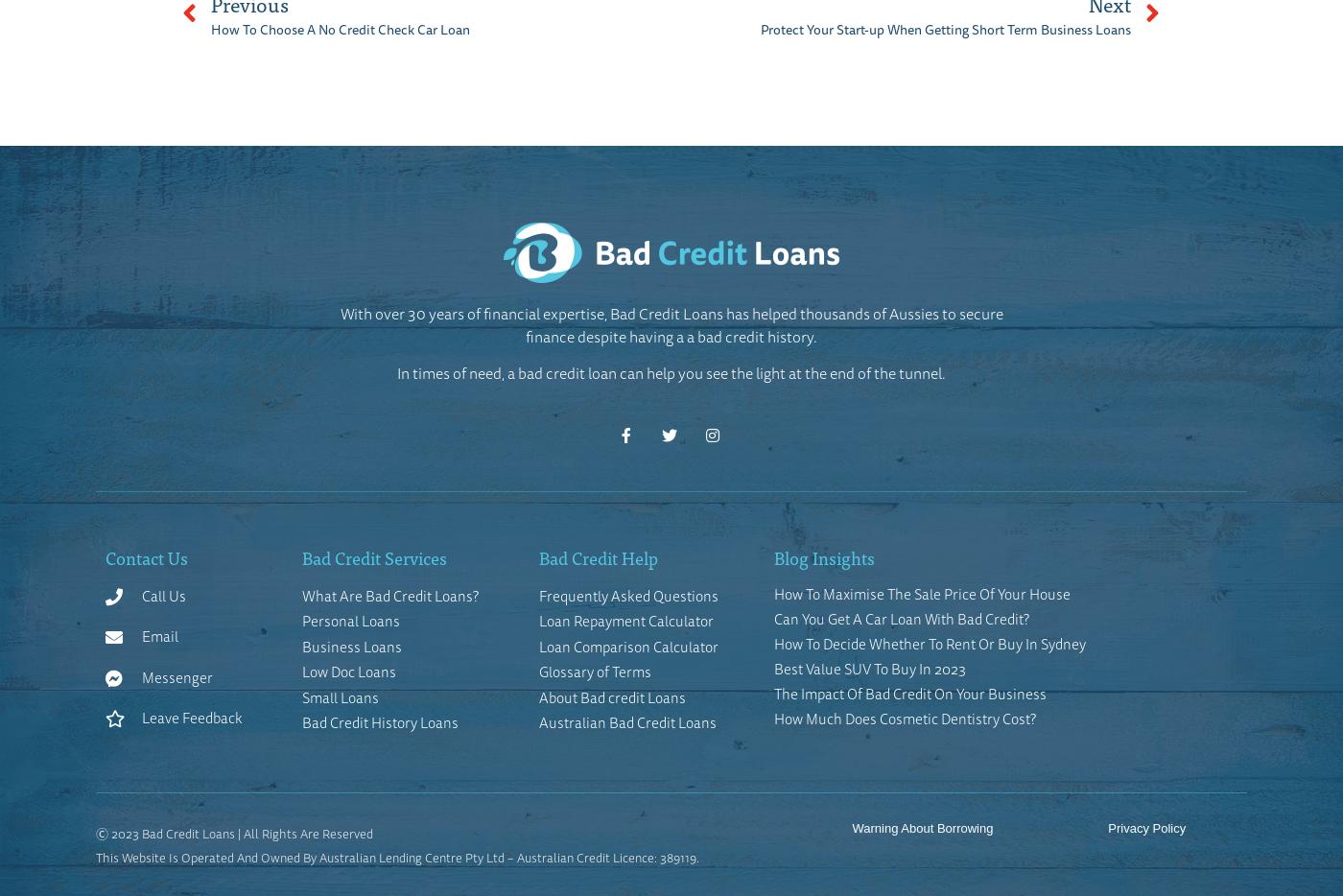  I want to click on 'Business Loans', so click(351, 645).